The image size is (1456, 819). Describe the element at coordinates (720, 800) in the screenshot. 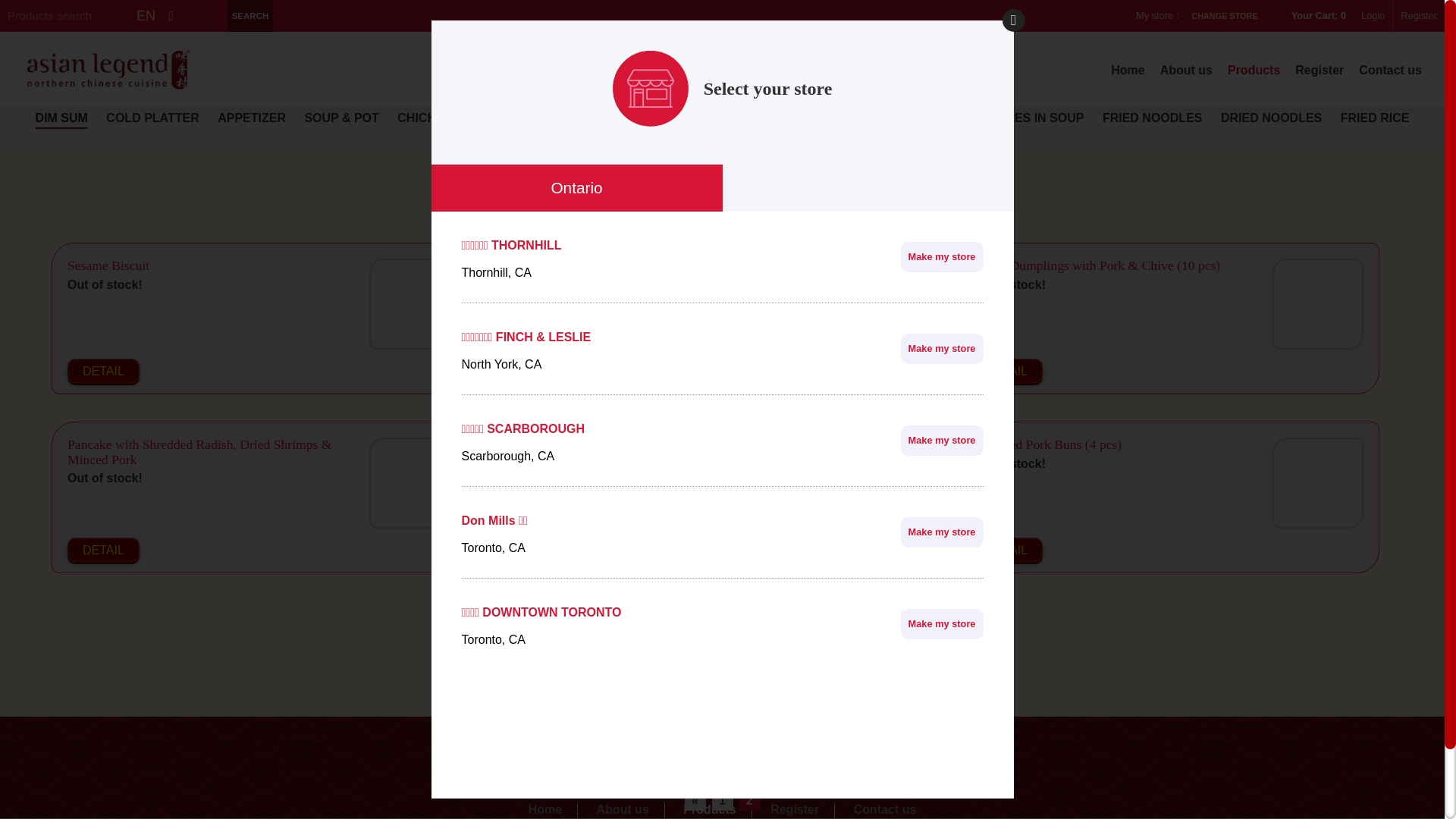

I see `'1'` at that location.